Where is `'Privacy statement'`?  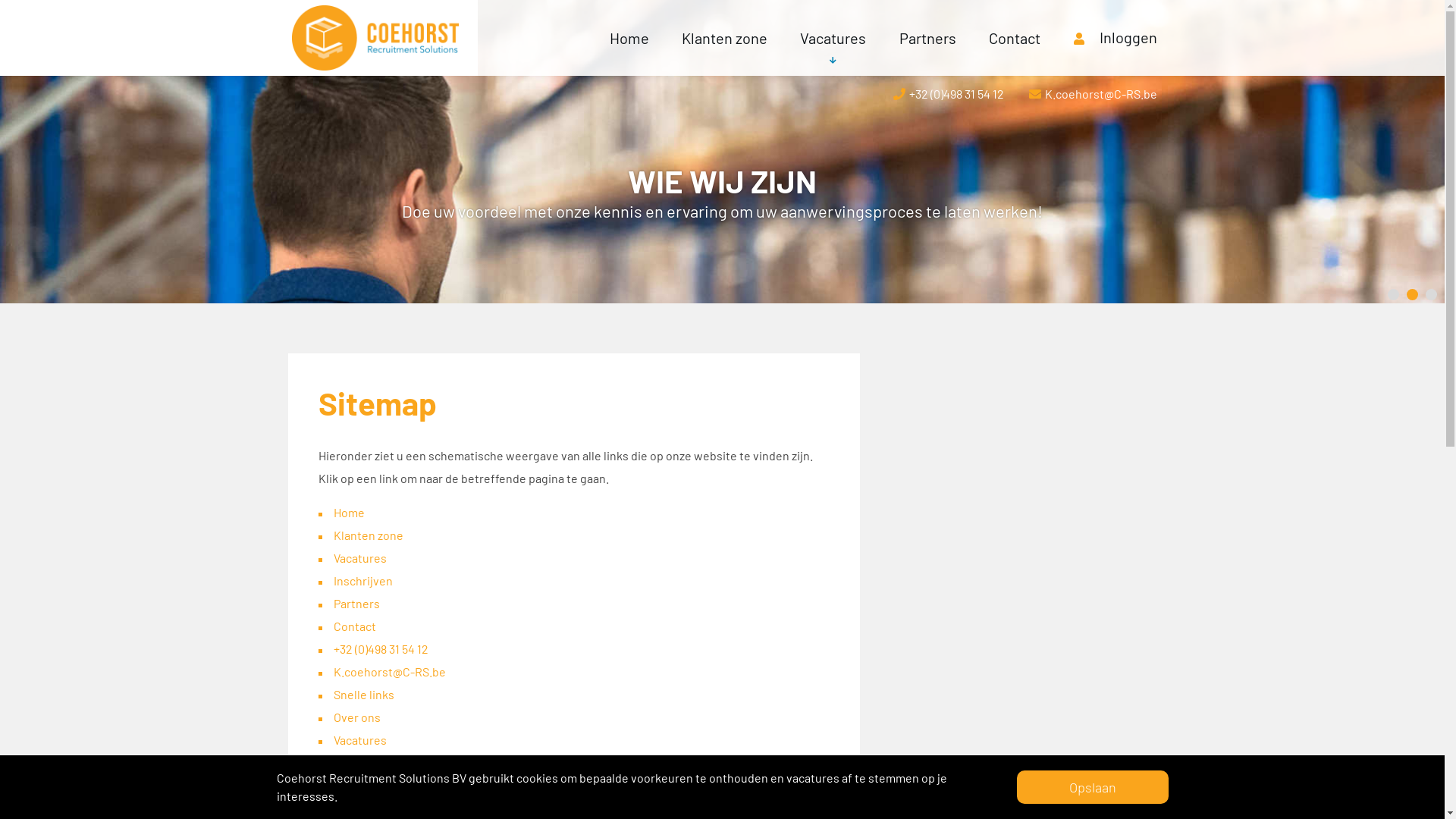
'Privacy statement' is located at coordinates (381, 807).